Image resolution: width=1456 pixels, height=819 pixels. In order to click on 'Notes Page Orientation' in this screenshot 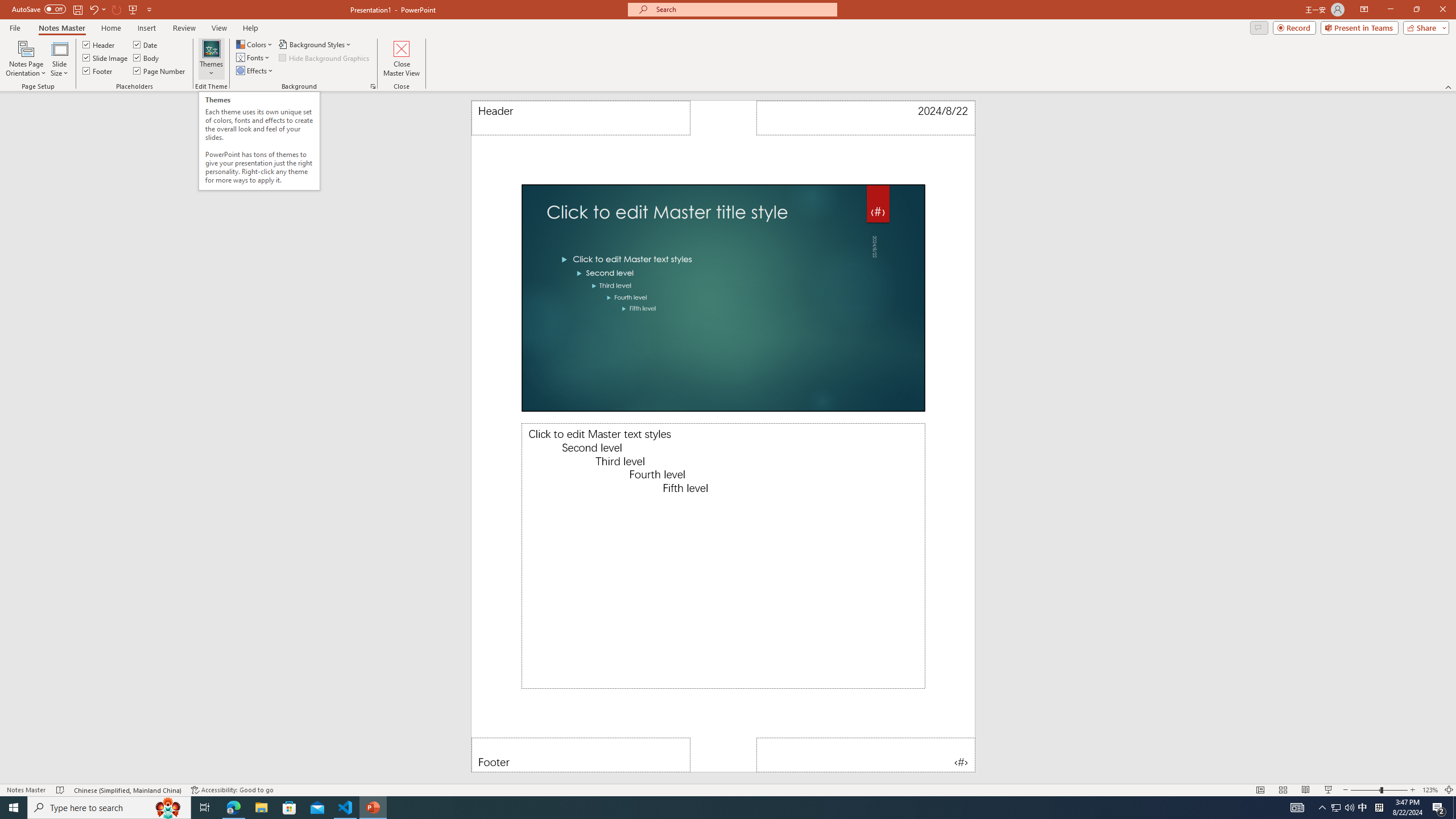, I will do `click(26, 59)`.